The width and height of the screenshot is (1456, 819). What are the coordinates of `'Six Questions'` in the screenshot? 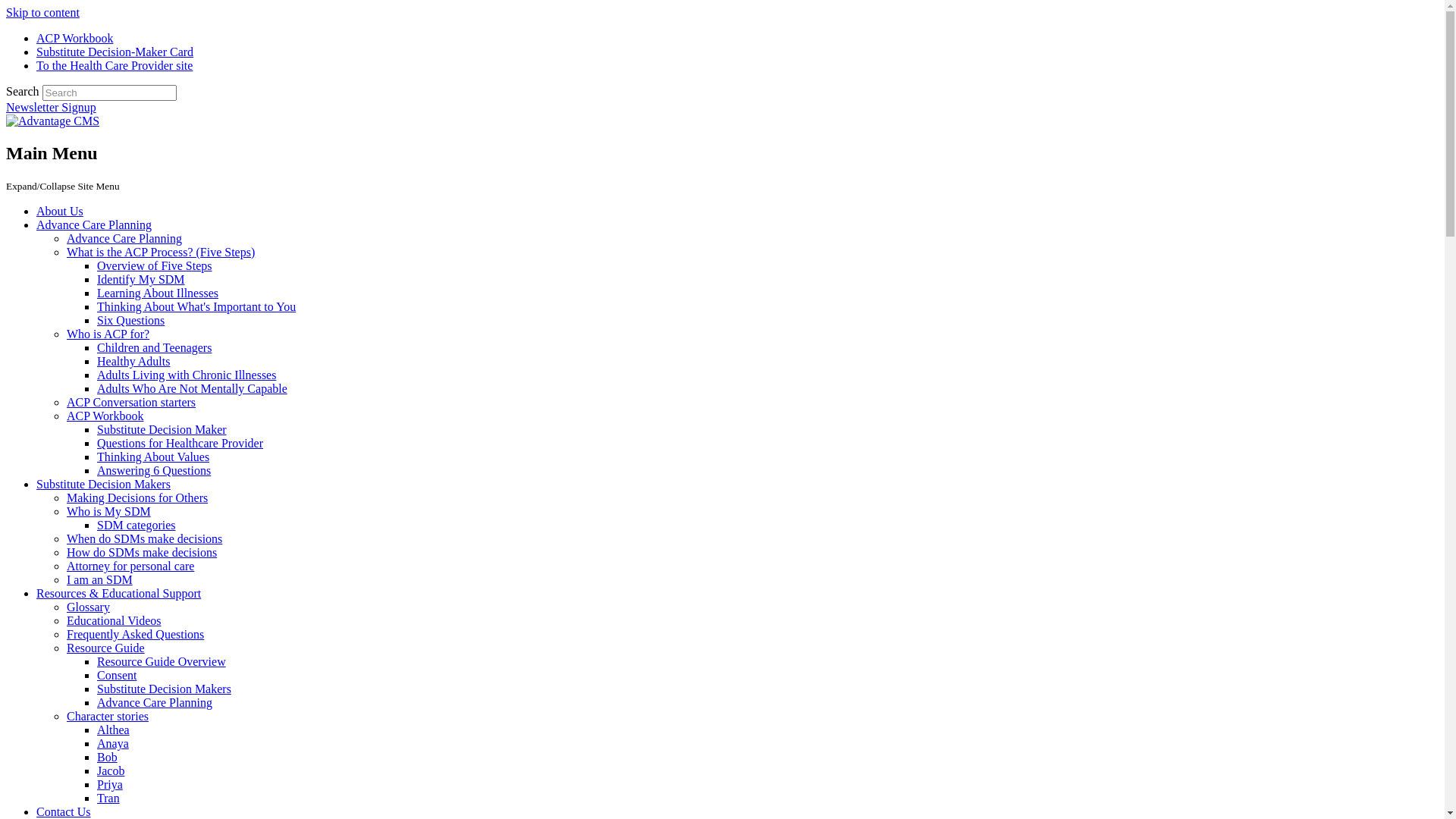 It's located at (130, 319).